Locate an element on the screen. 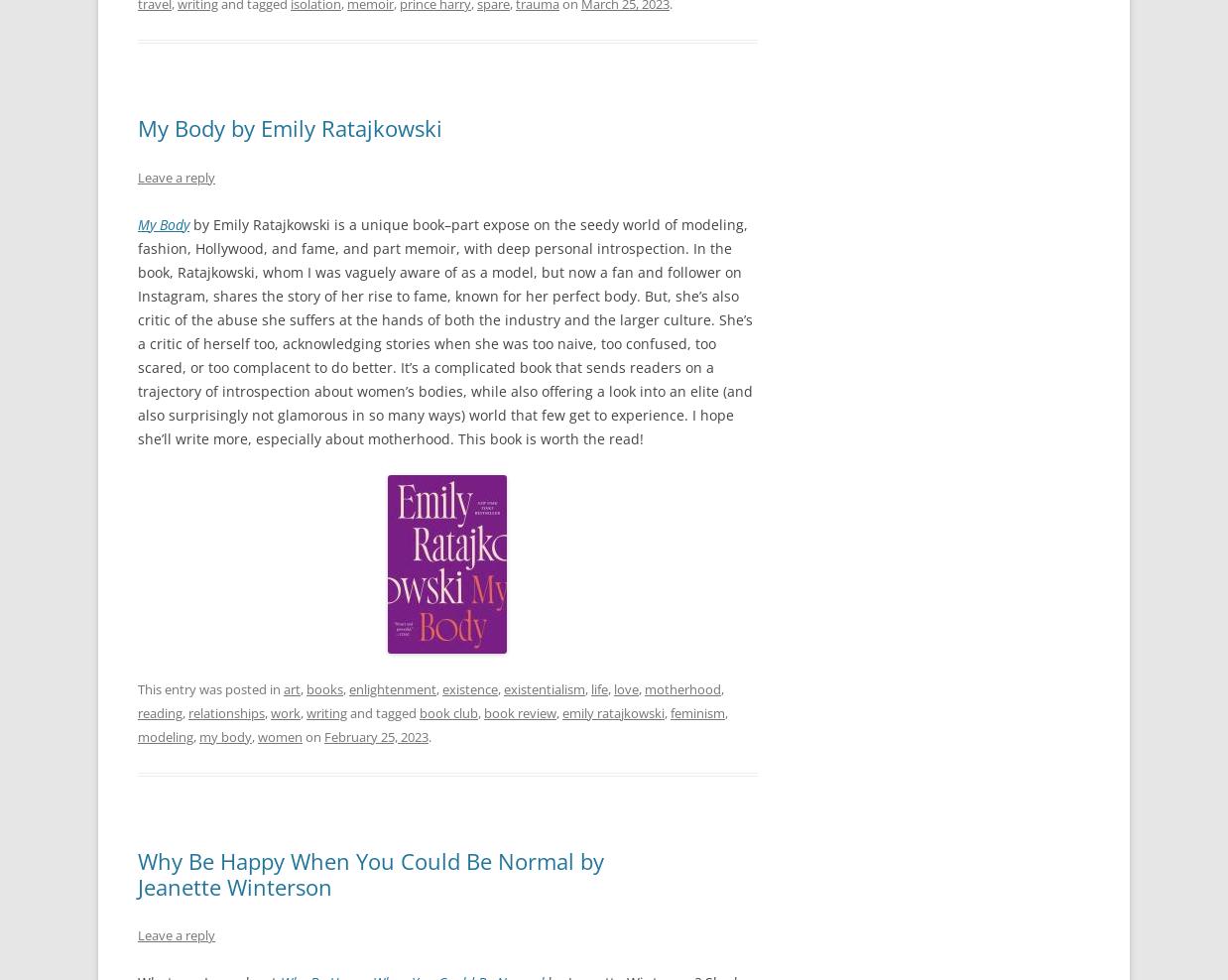 The height and width of the screenshot is (980, 1228). 'life' is located at coordinates (599, 687).